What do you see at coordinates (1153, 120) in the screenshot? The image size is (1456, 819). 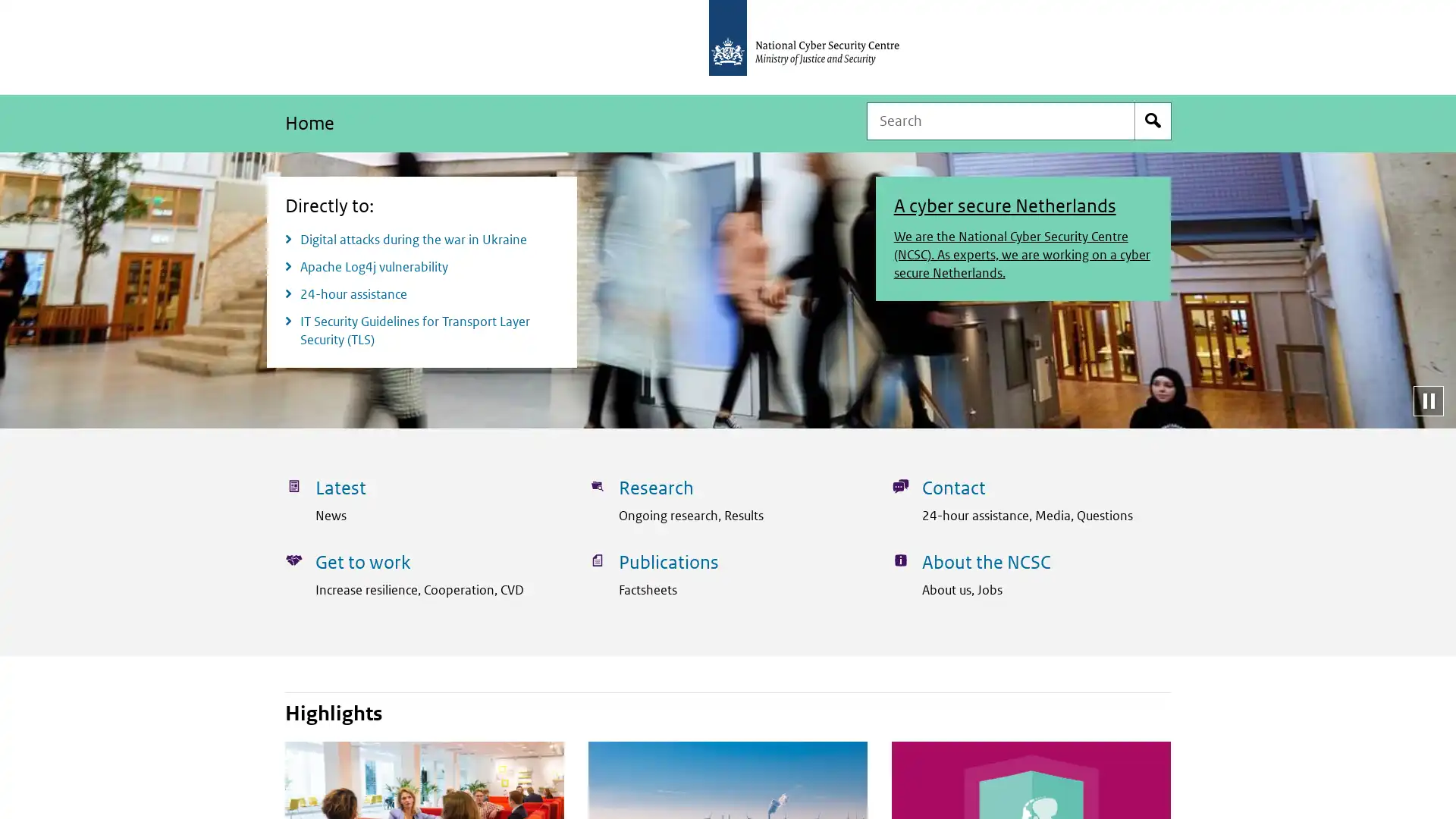 I see `Start search` at bounding box center [1153, 120].